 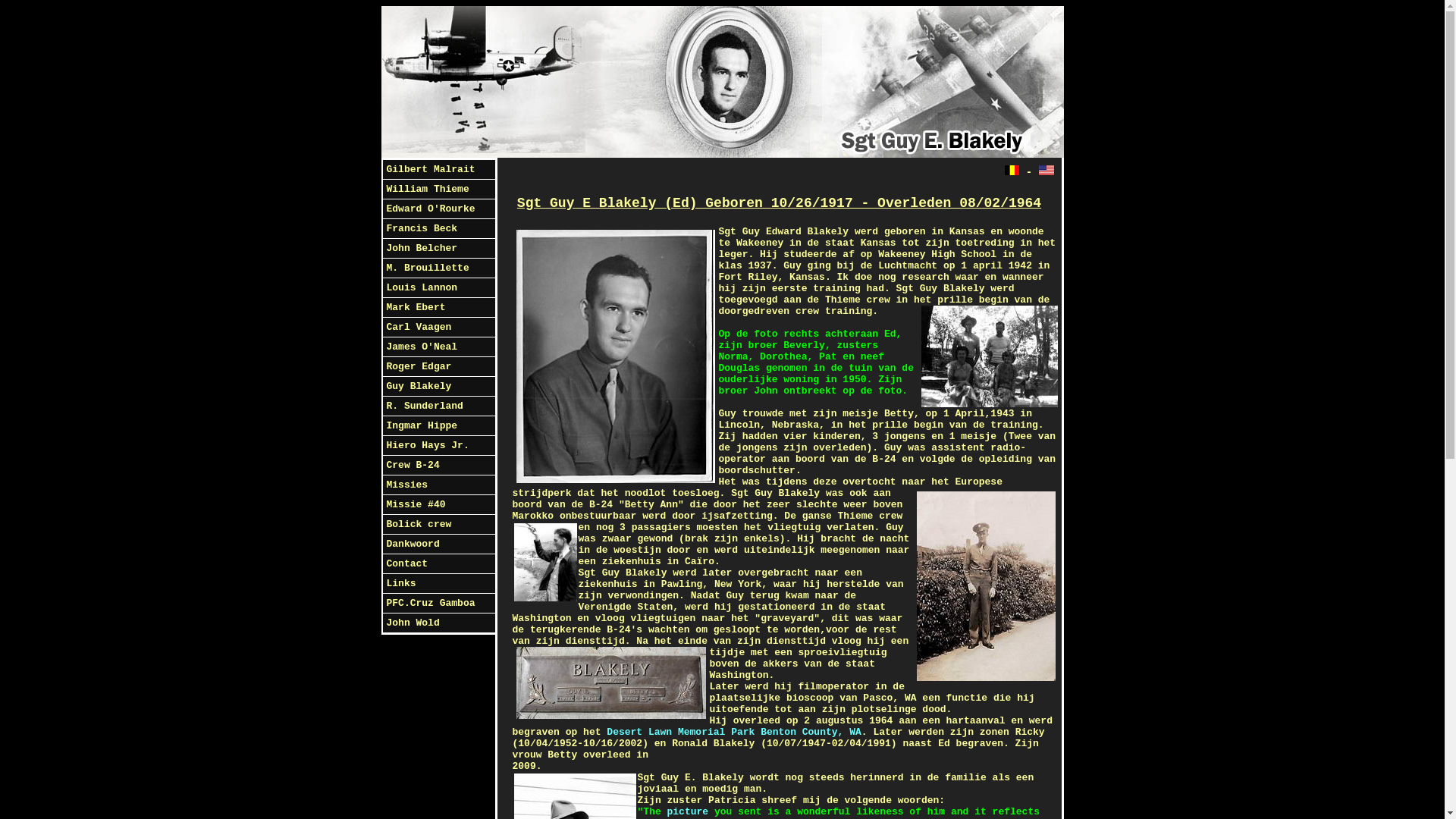 I want to click on 'Gilbert Malrait', so click(x=437, y=169).